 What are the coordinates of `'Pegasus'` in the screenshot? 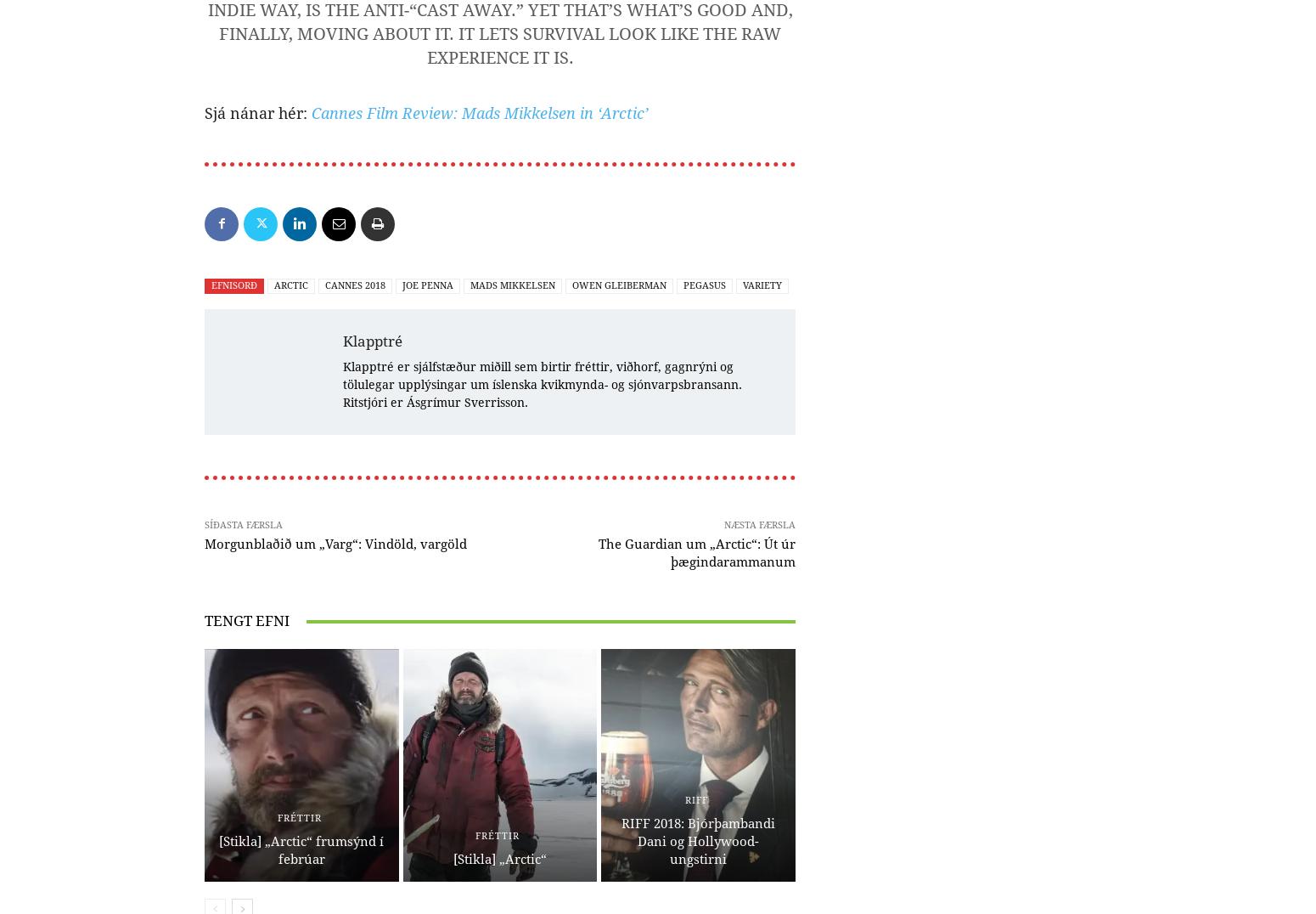 It's located at (704, 285).